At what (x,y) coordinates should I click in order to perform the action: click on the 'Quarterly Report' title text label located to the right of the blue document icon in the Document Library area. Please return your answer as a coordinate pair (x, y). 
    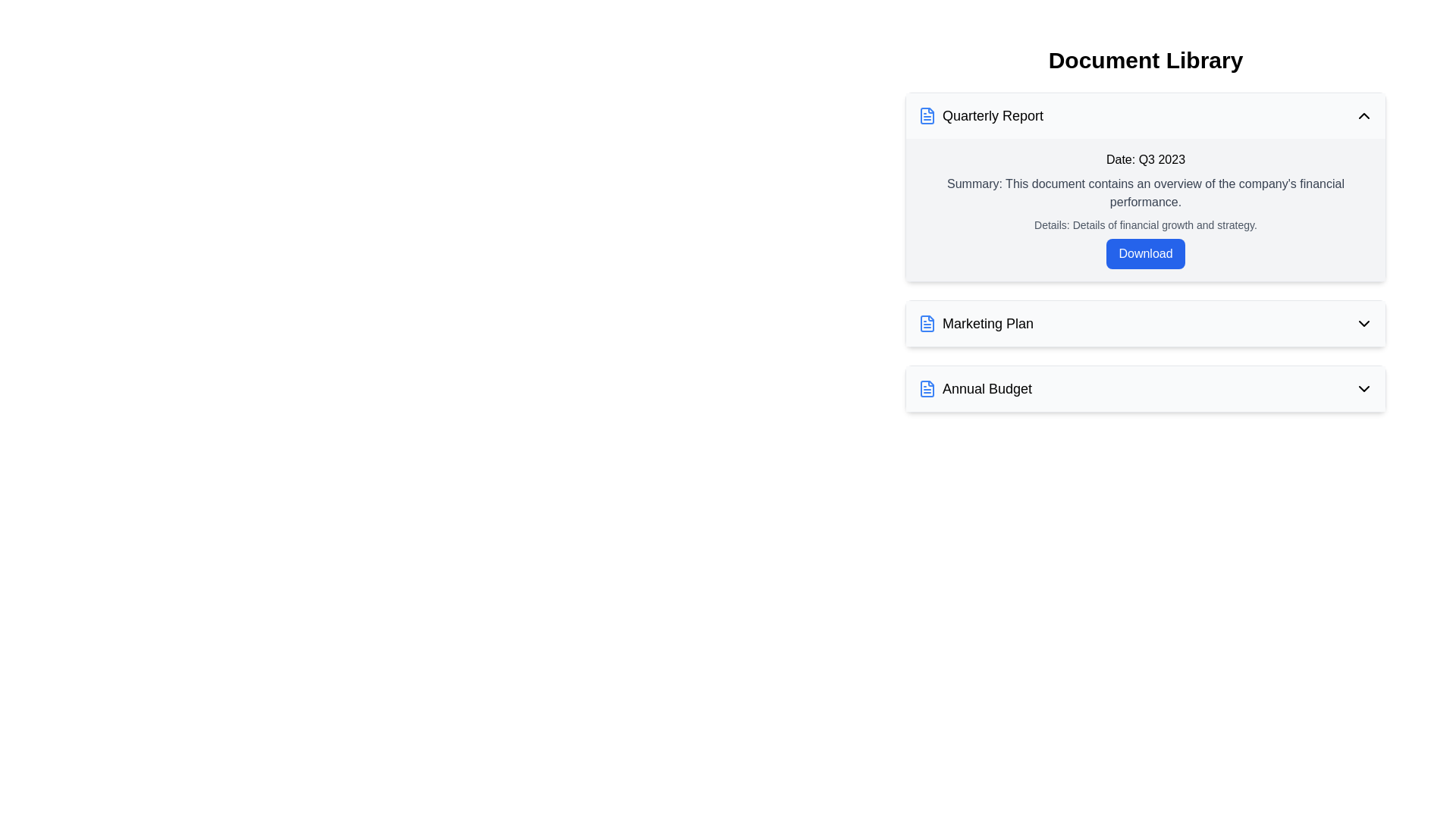
    Looking at the image, I should click on (993, 115).